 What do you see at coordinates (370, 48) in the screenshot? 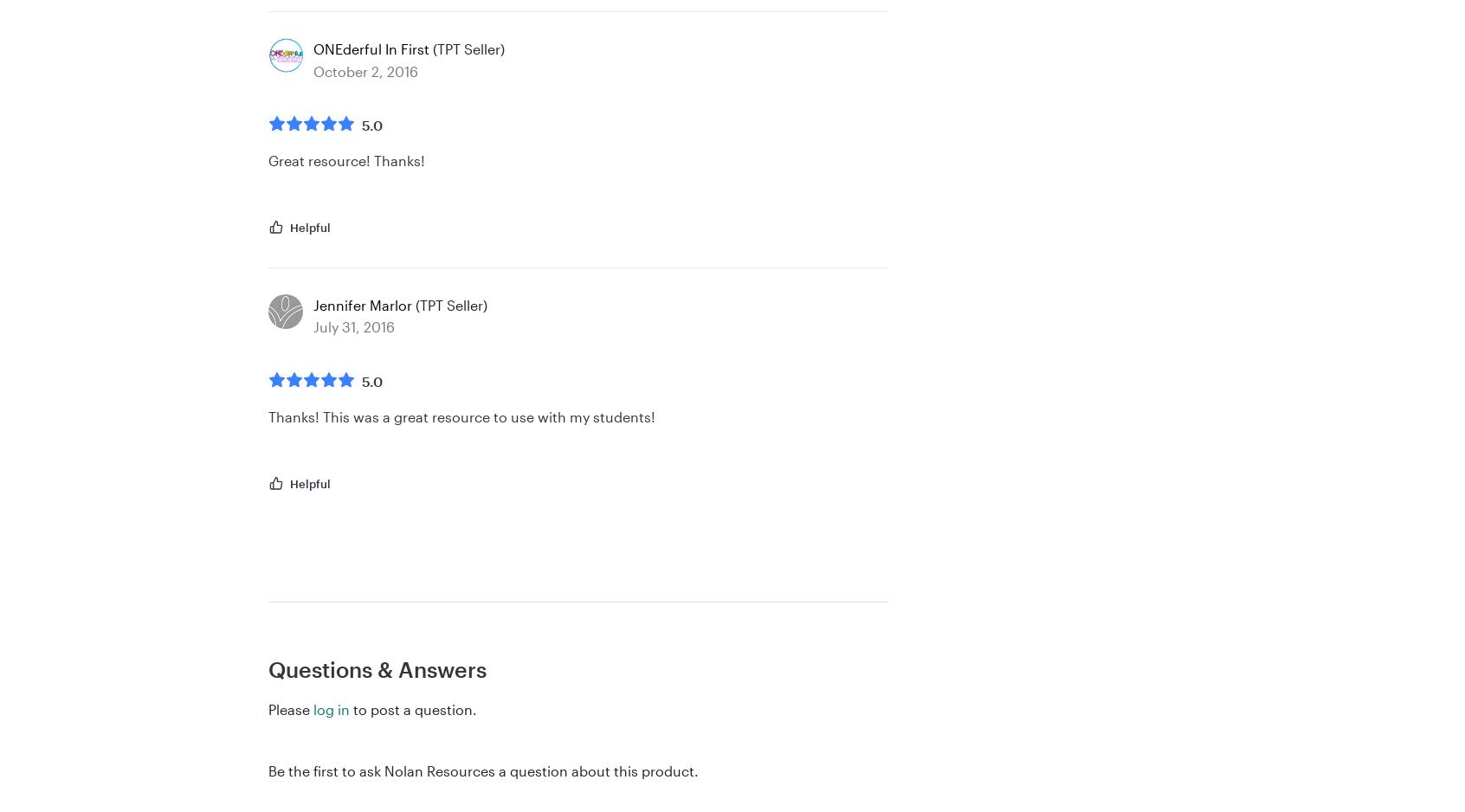
I see `'ONEderful In First'` at bounding box center [370, 48].